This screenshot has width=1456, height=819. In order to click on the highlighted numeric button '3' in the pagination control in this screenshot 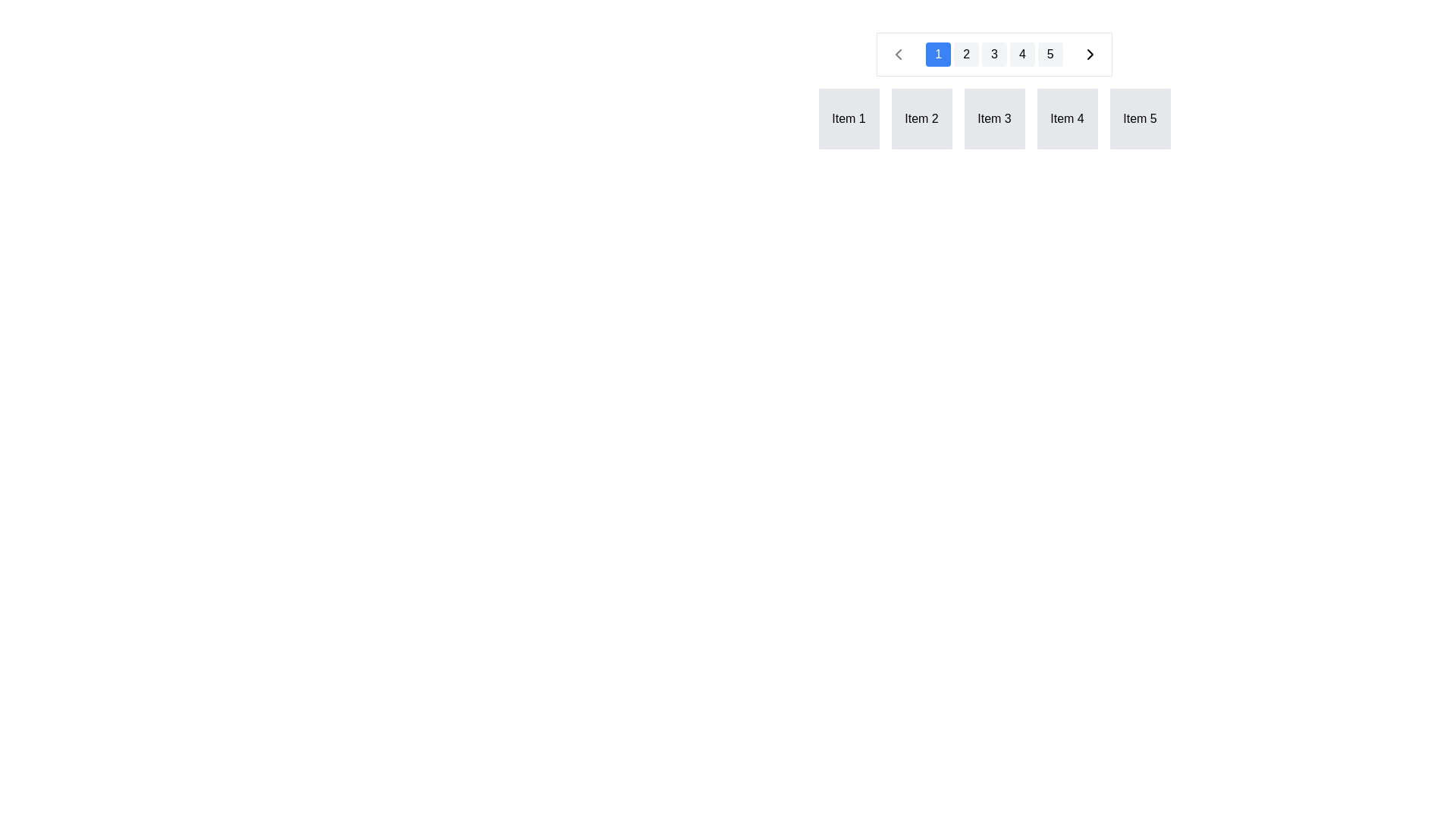, I will do `click(994, 54)`.